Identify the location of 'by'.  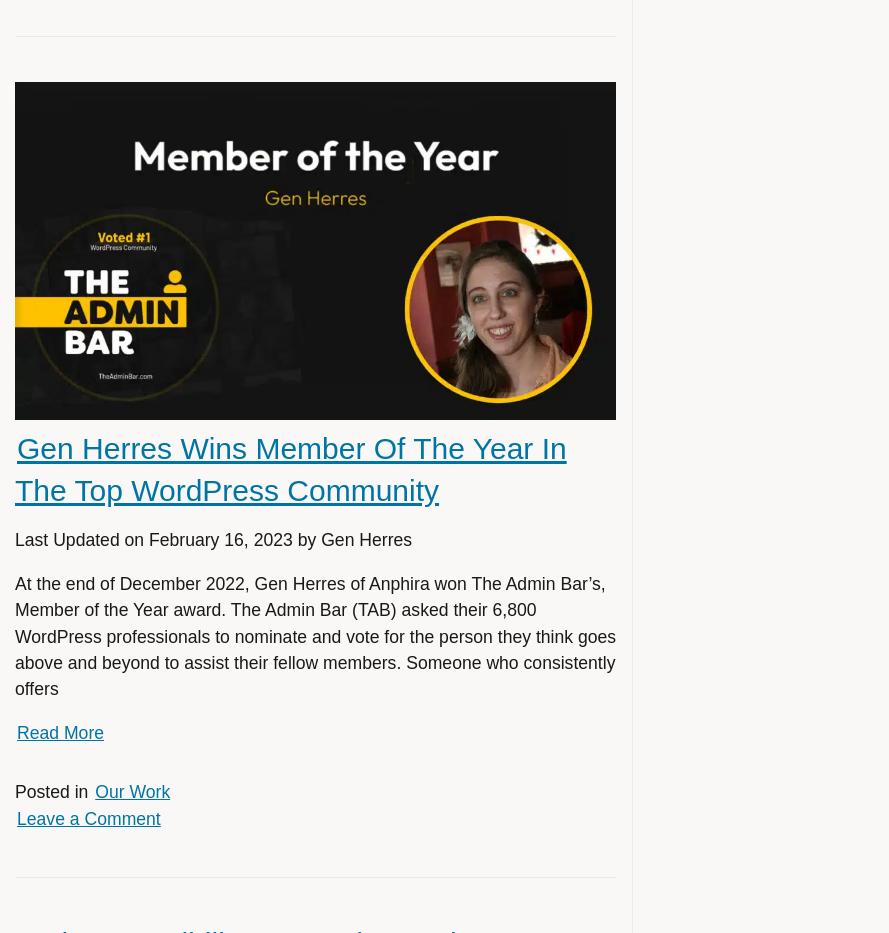
(306, 537).